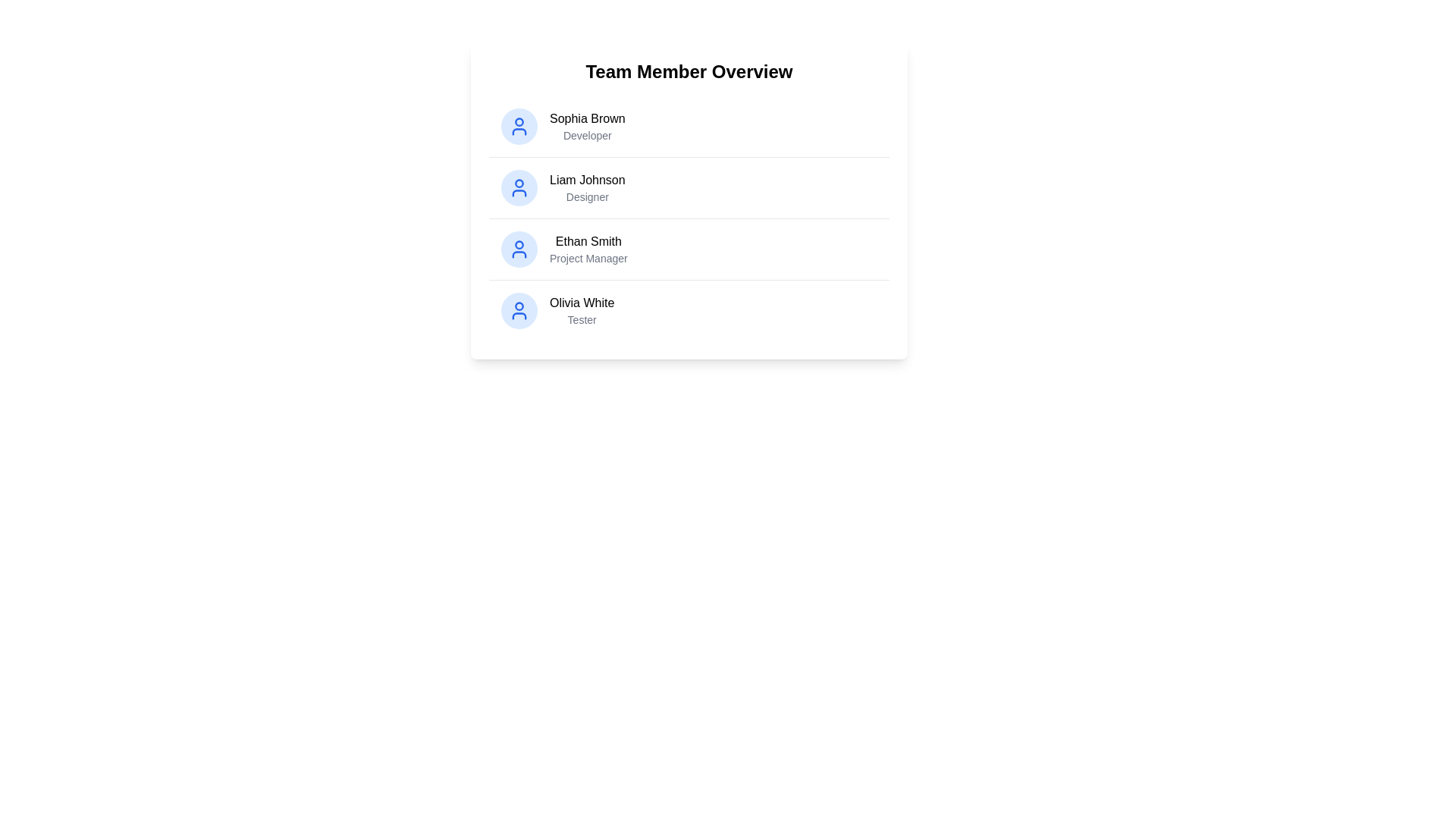  What do you see at coordinates (519, 125) in the screenshot?
I see `the user silhouette icon representing 'Sophia Brown', a Developer, located in the top-left area of the 'Team Member Overview' card` at bounding box center [519, 125].